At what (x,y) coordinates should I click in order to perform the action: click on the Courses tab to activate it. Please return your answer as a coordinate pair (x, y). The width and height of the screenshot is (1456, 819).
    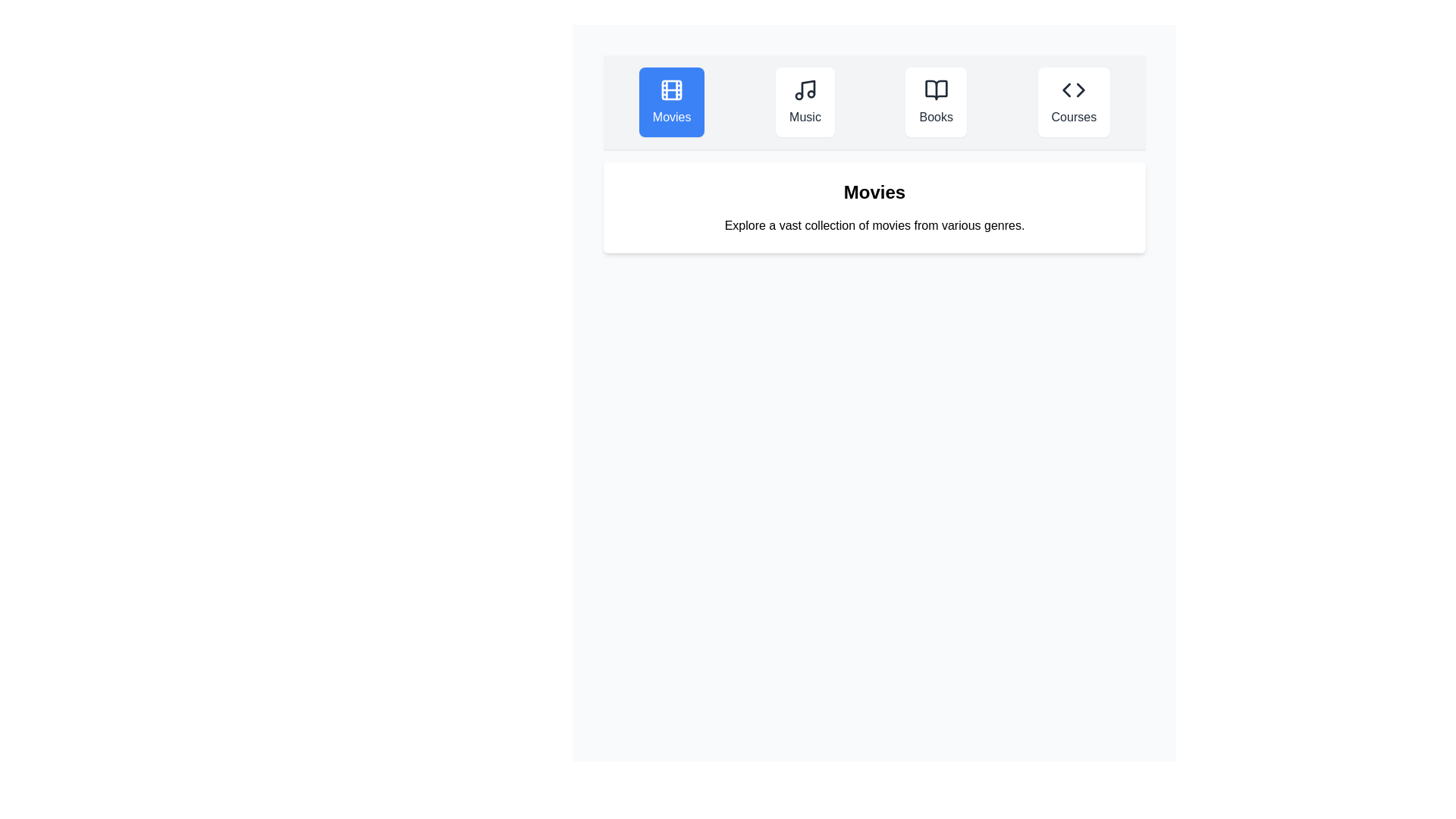
    Looking at the image, I should click on (1073, 102).